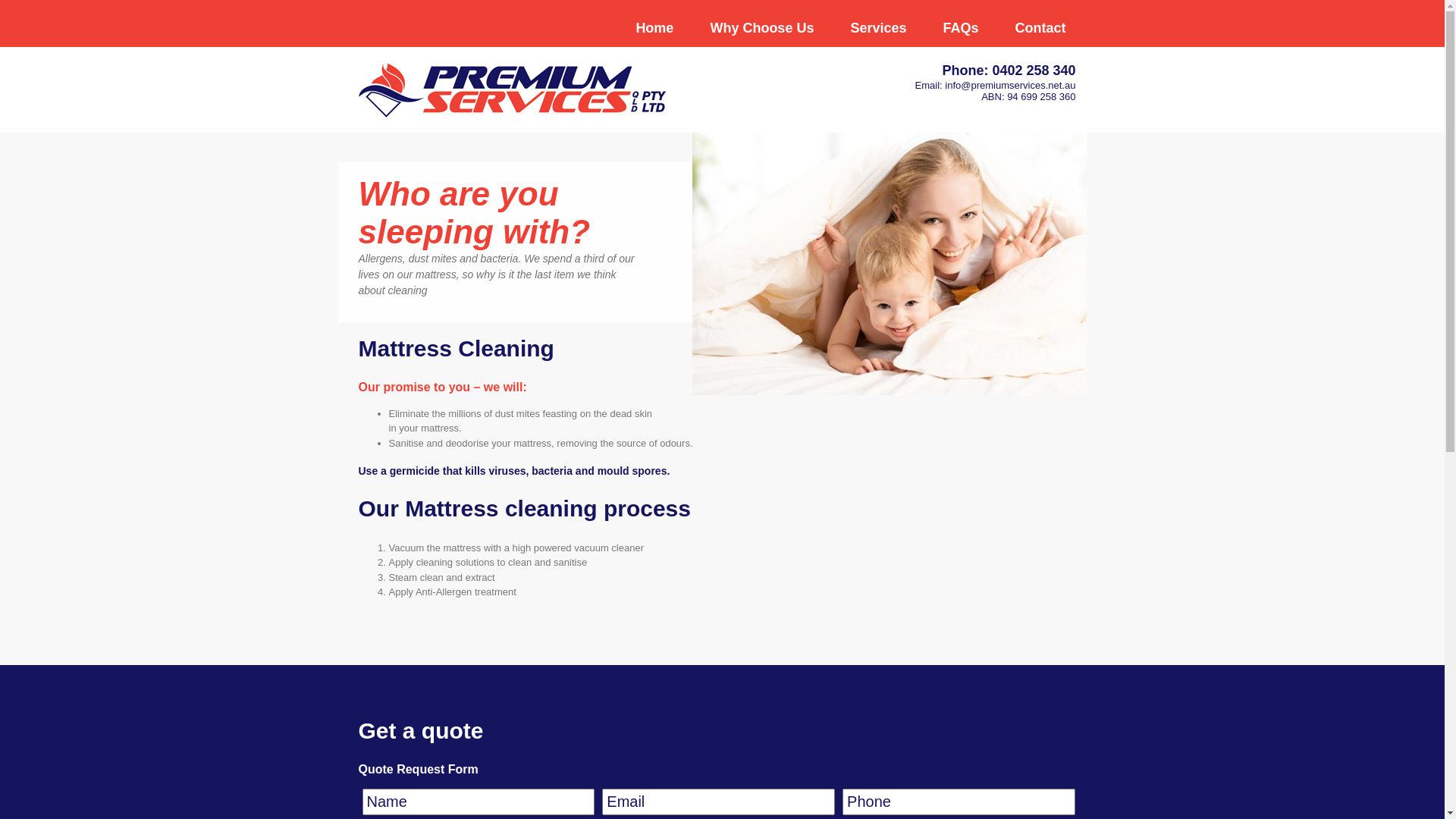 Image resolution: width=1456 pixels, height=819 pixels. I want to click on '0402 258 340', so click(1033, 70).